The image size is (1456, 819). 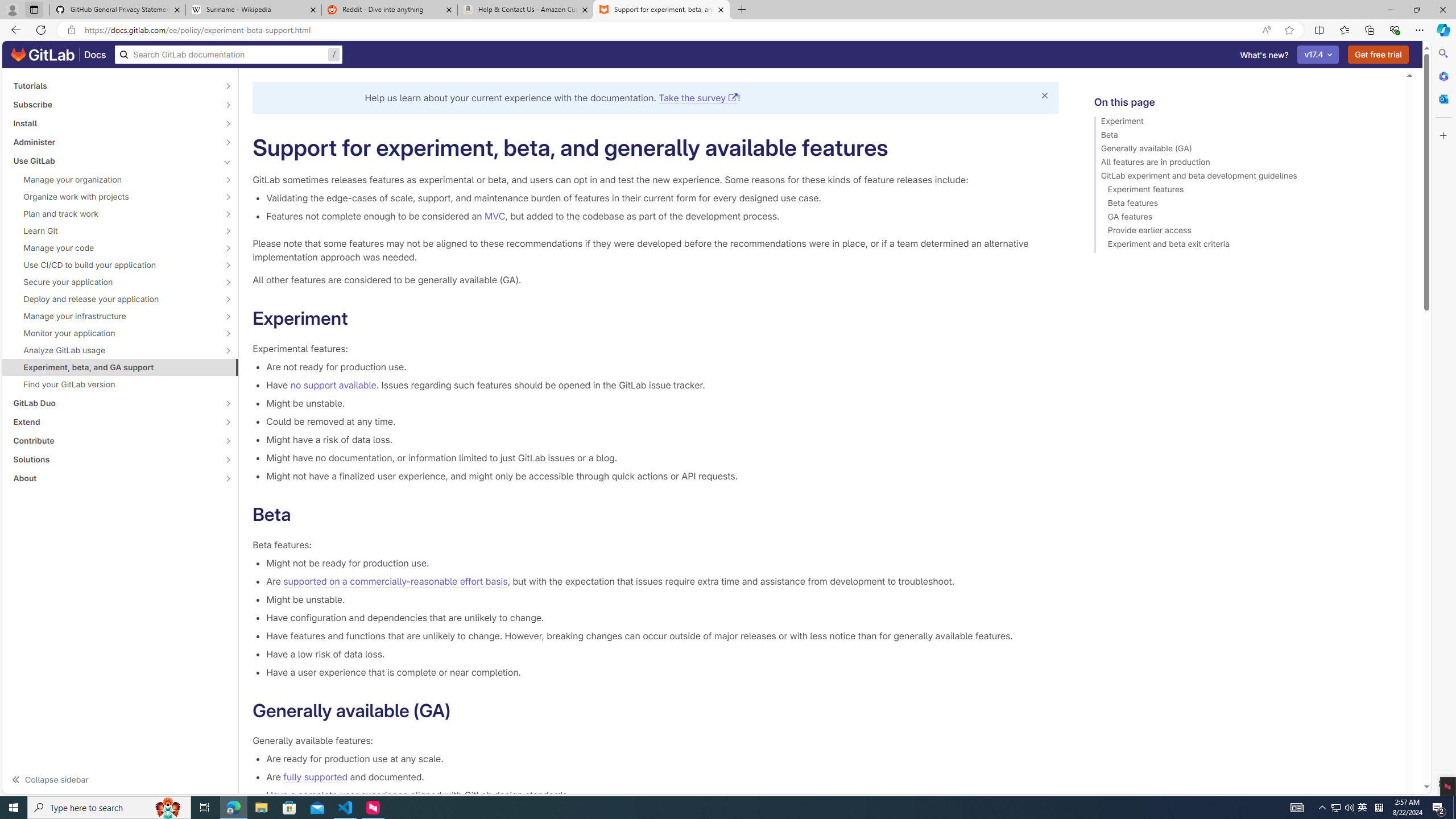 I want to click on 'v17.4', so click(x=1318, y=54).